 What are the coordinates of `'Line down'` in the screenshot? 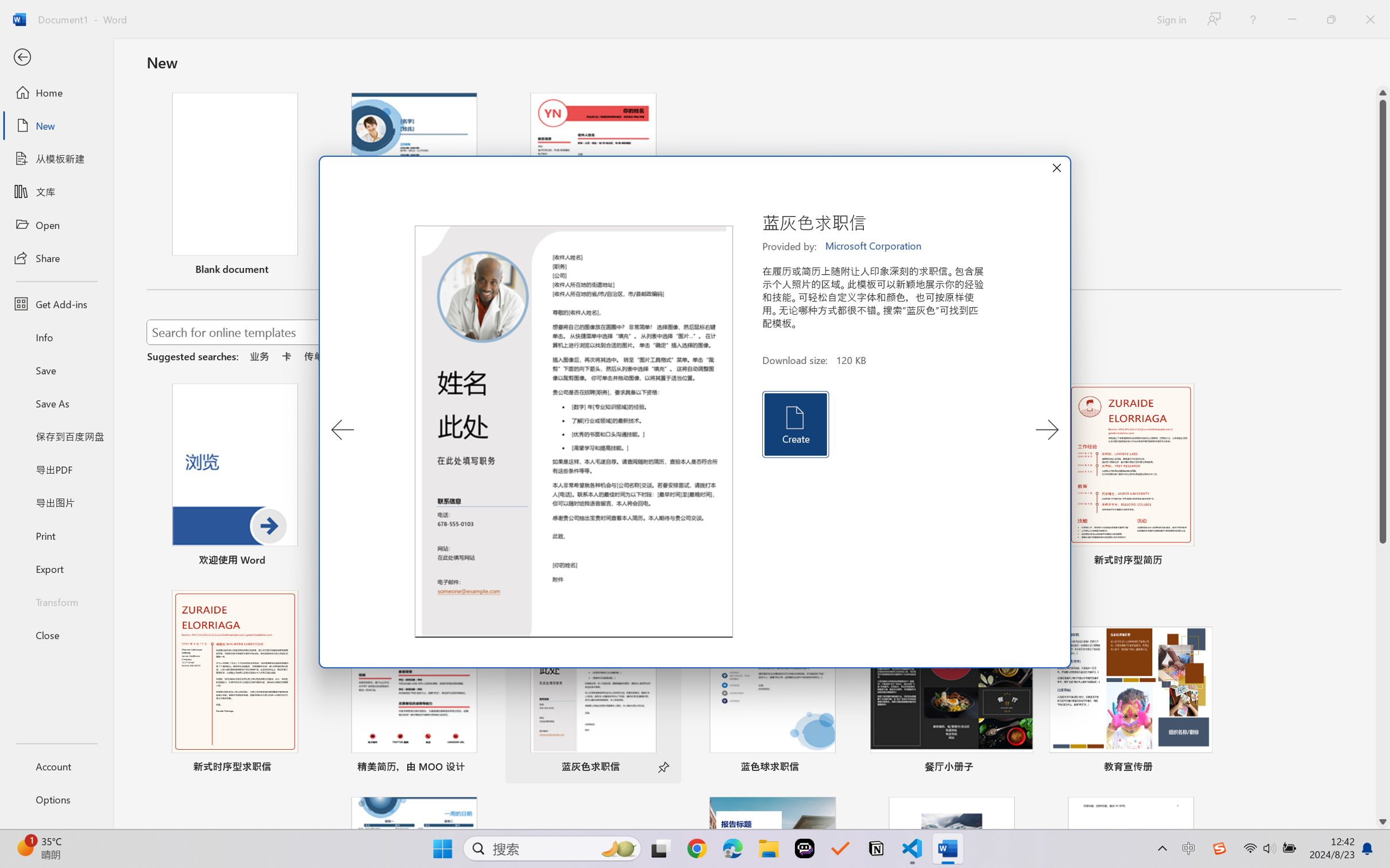 It's located at (1383, 822).